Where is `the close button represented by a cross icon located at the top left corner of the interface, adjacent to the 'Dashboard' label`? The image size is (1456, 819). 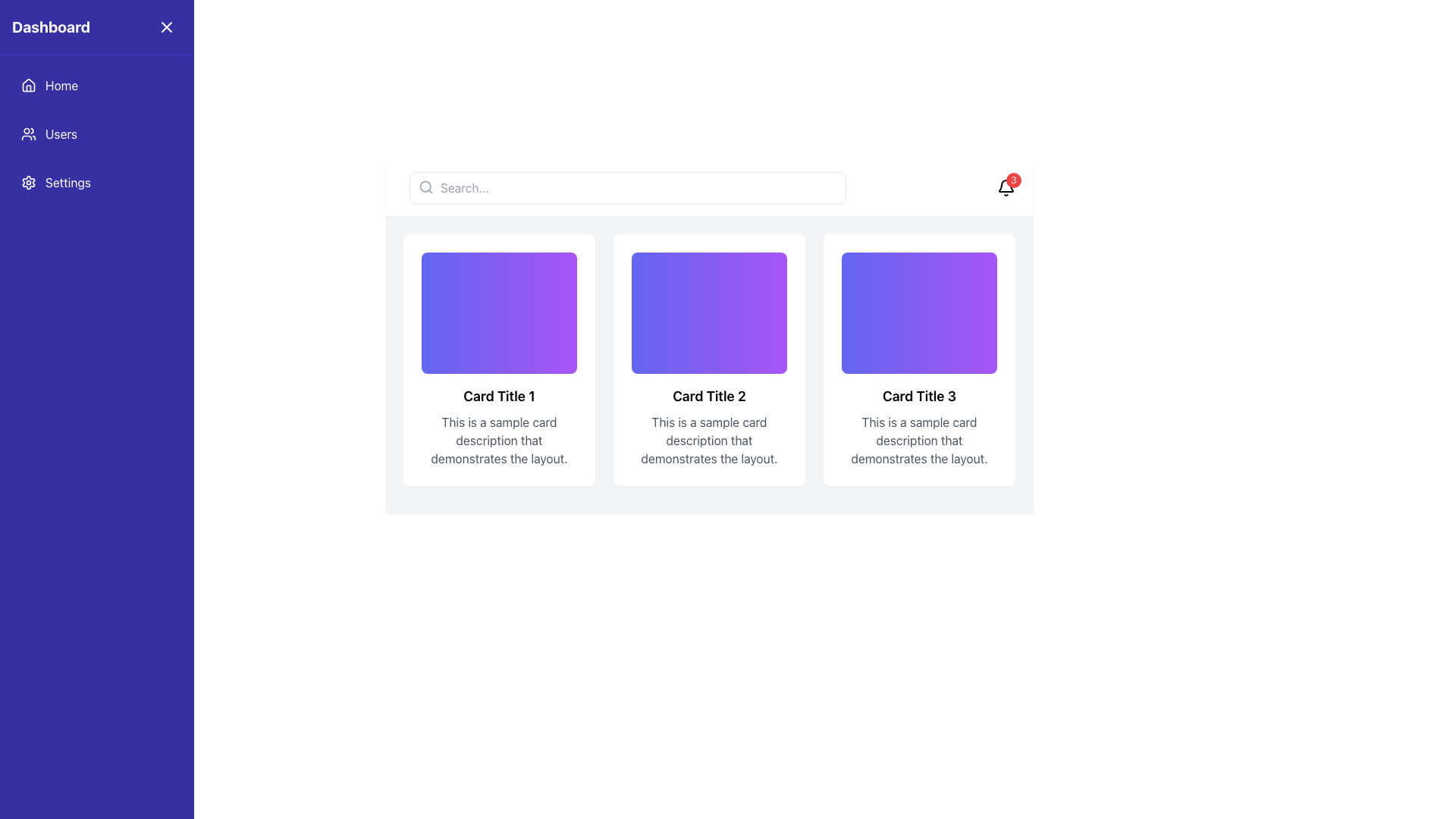
the close button represented by a cross icon located at the top left corner of the interface, adjacent to the 'Dashboard' label is located at coordinates (167, 27).